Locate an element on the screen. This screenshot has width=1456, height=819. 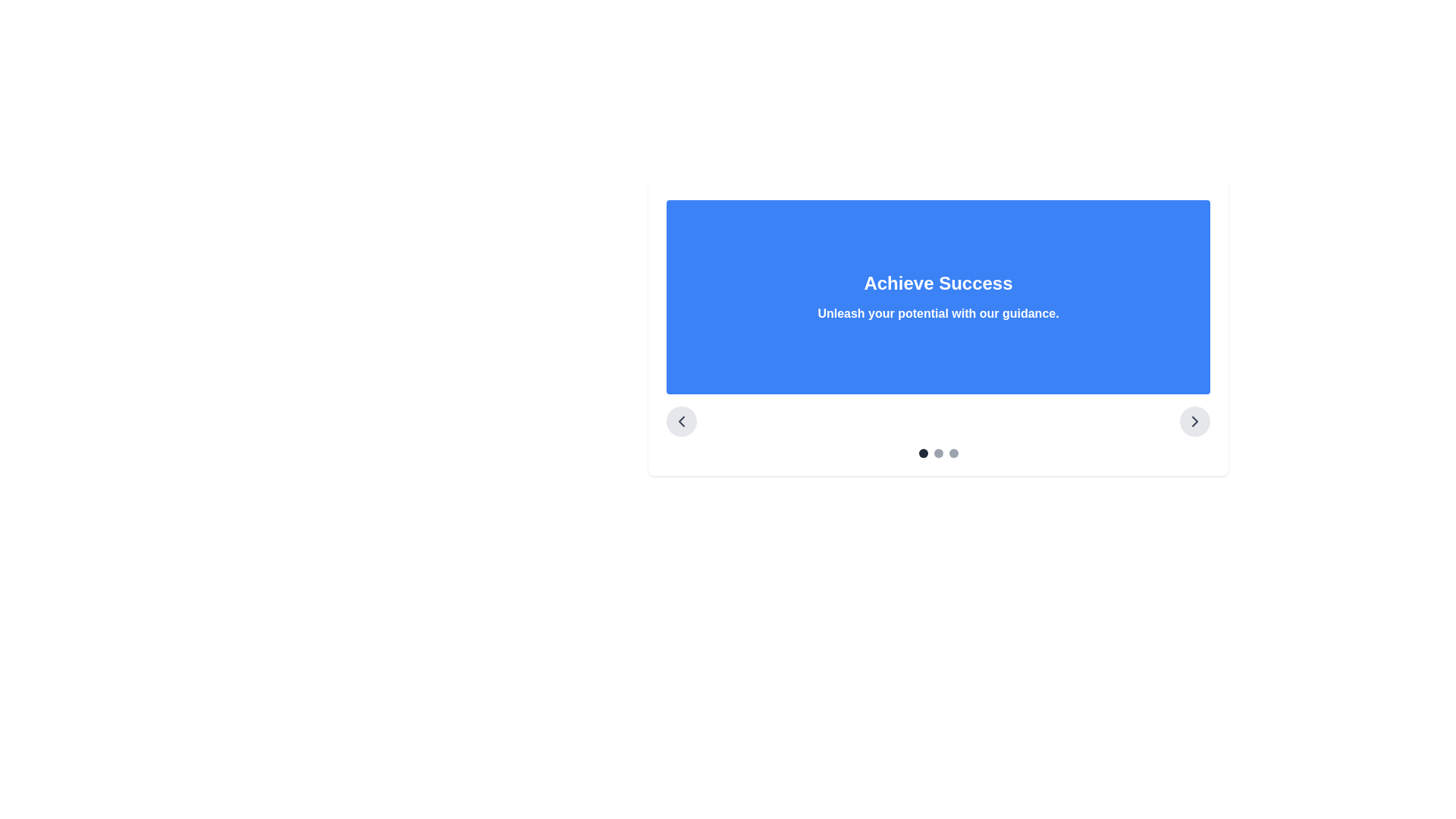
the navigation bar buttons located in the section titled 'Achieve Success' is located at coordinates (937, 421).